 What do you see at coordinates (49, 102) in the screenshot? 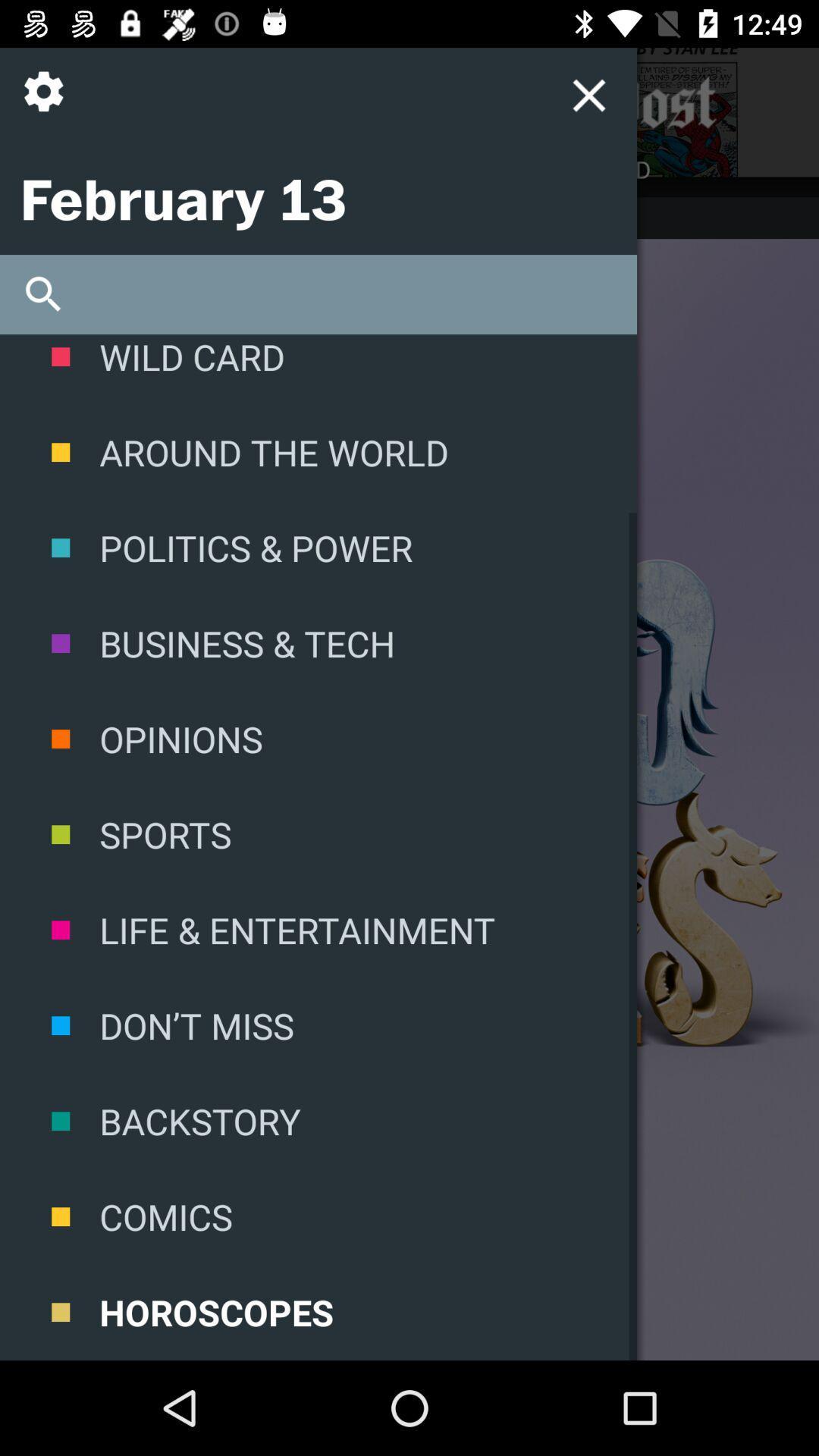
I see `settings` at bounding box center [49, 102].